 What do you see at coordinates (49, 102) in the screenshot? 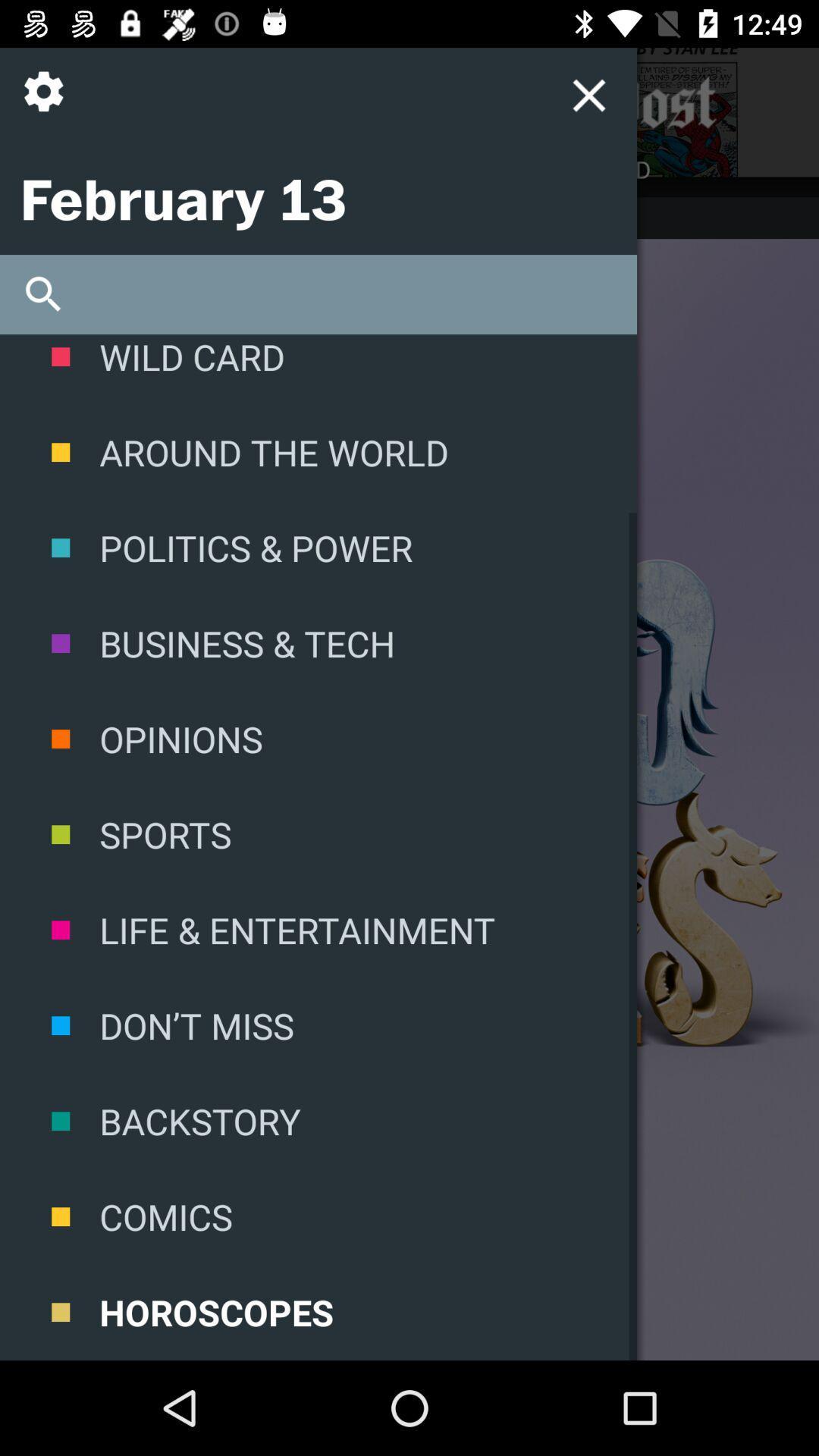
I see `settings` at bounding box center [49, 102].